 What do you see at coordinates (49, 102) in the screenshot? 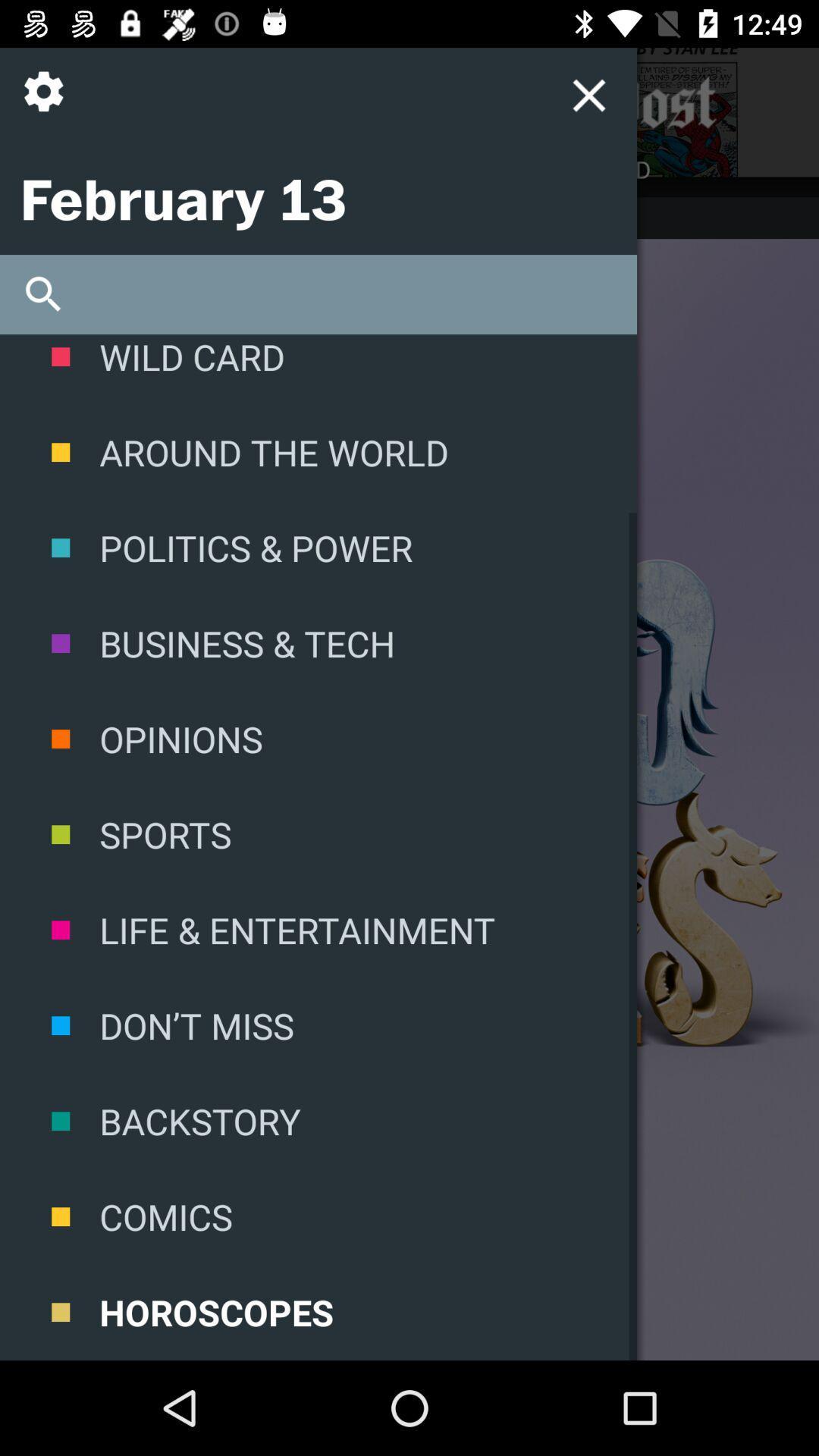
I see `settings` at bounding box center [49, 102].